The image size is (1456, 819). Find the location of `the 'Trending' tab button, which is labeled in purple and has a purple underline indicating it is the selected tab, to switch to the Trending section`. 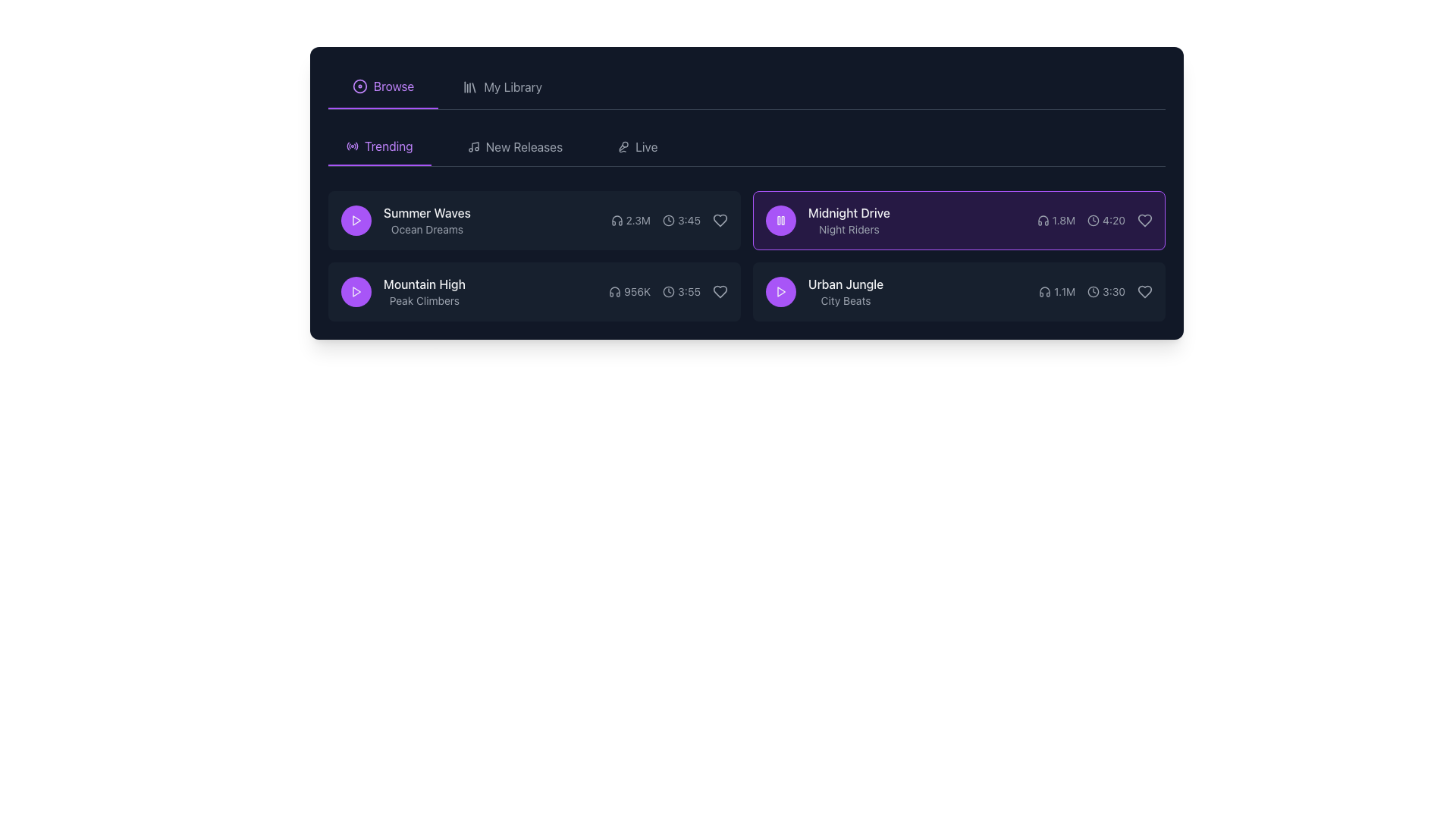

the 'Trending' tab button, which is labeled in purple and has a purple underline indicating it is the selected tab, to switch to the Trending section is located at coordinates (379, 146).